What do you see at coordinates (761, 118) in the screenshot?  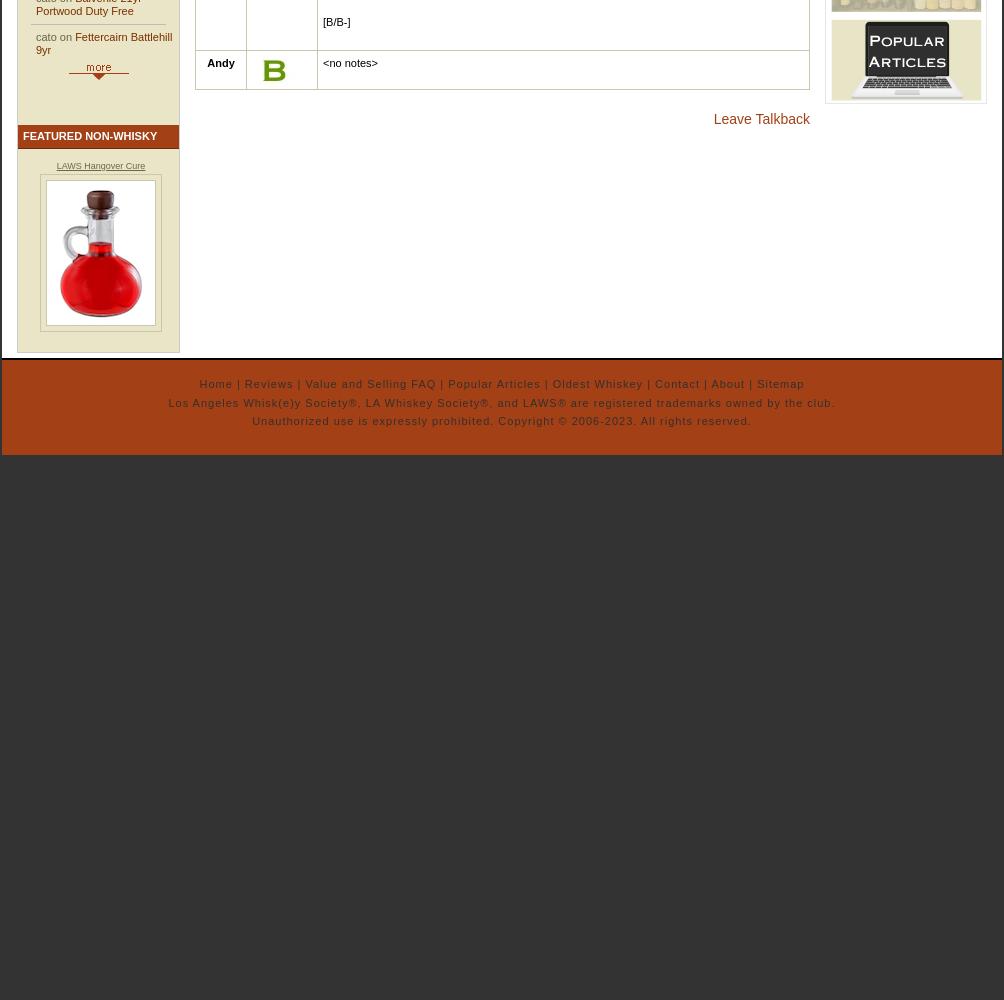 I see `'Leave Talkback'` at bounding box center [761, 118].